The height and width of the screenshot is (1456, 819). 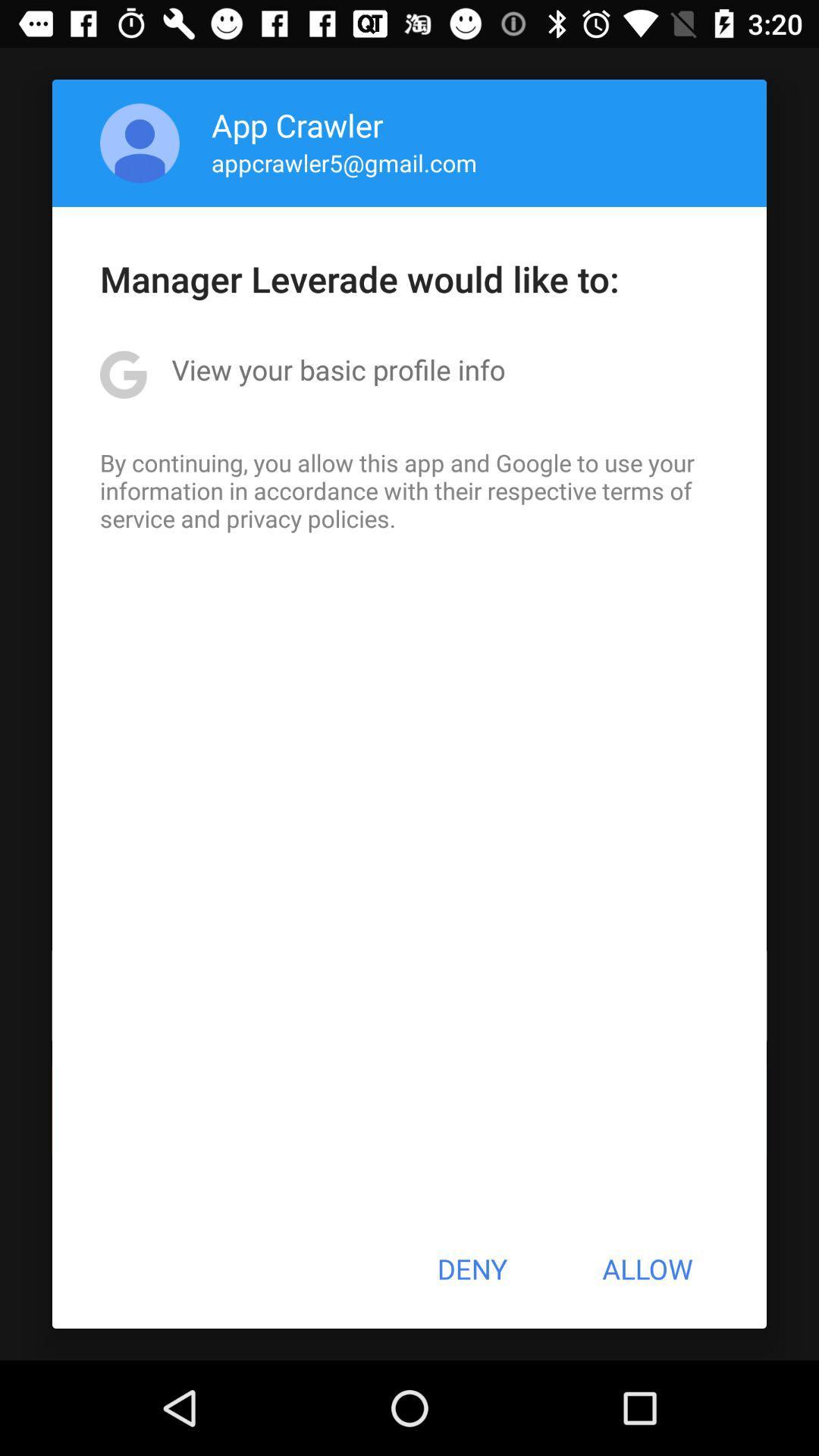 What do you see at coordinates (471, 1269) in the screenshot?
I see `button to the left of allow button` at bounding box center [471, 1269].